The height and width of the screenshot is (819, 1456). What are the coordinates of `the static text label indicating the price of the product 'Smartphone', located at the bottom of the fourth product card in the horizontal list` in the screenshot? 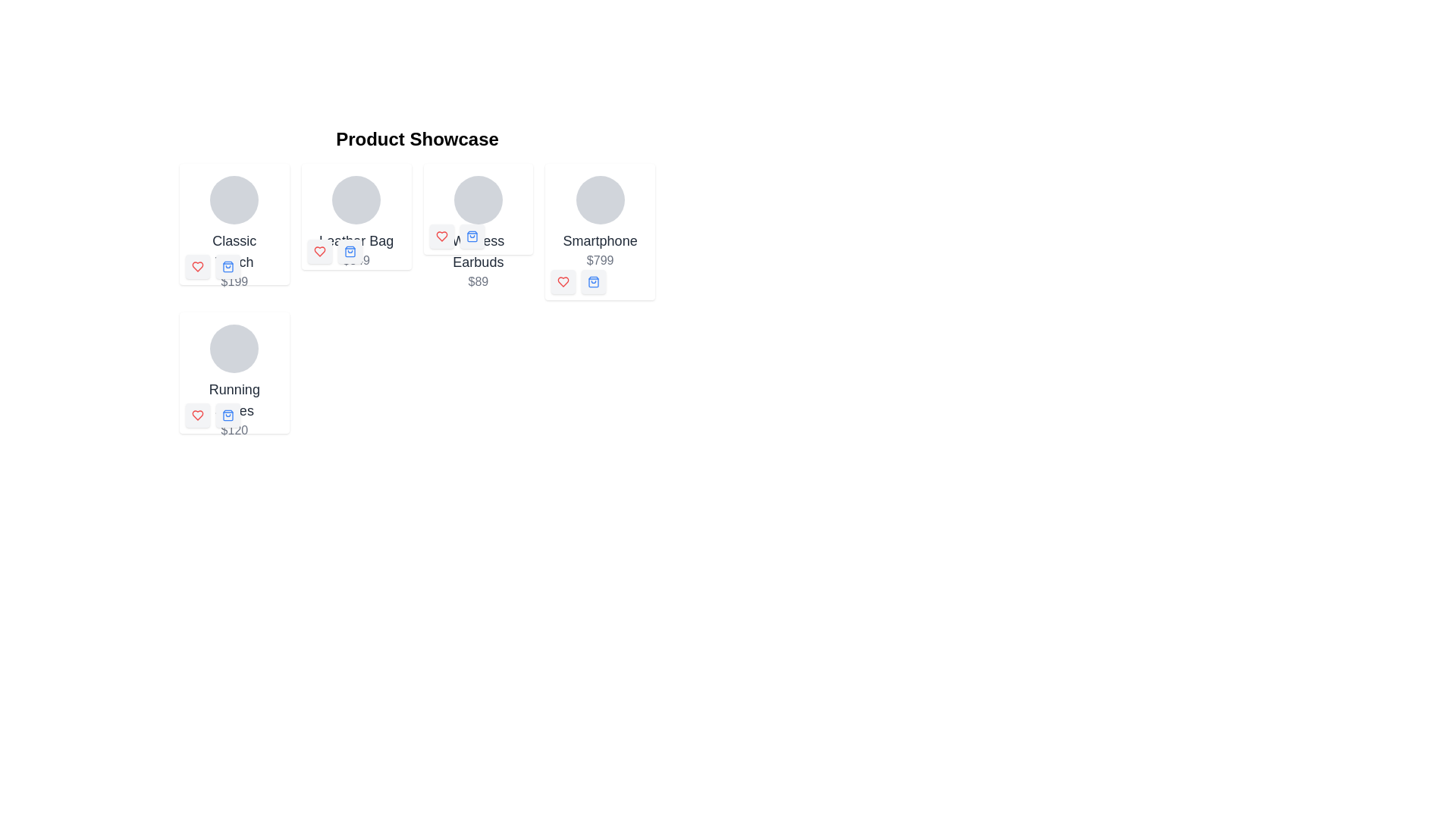 It's located at (599, 259).